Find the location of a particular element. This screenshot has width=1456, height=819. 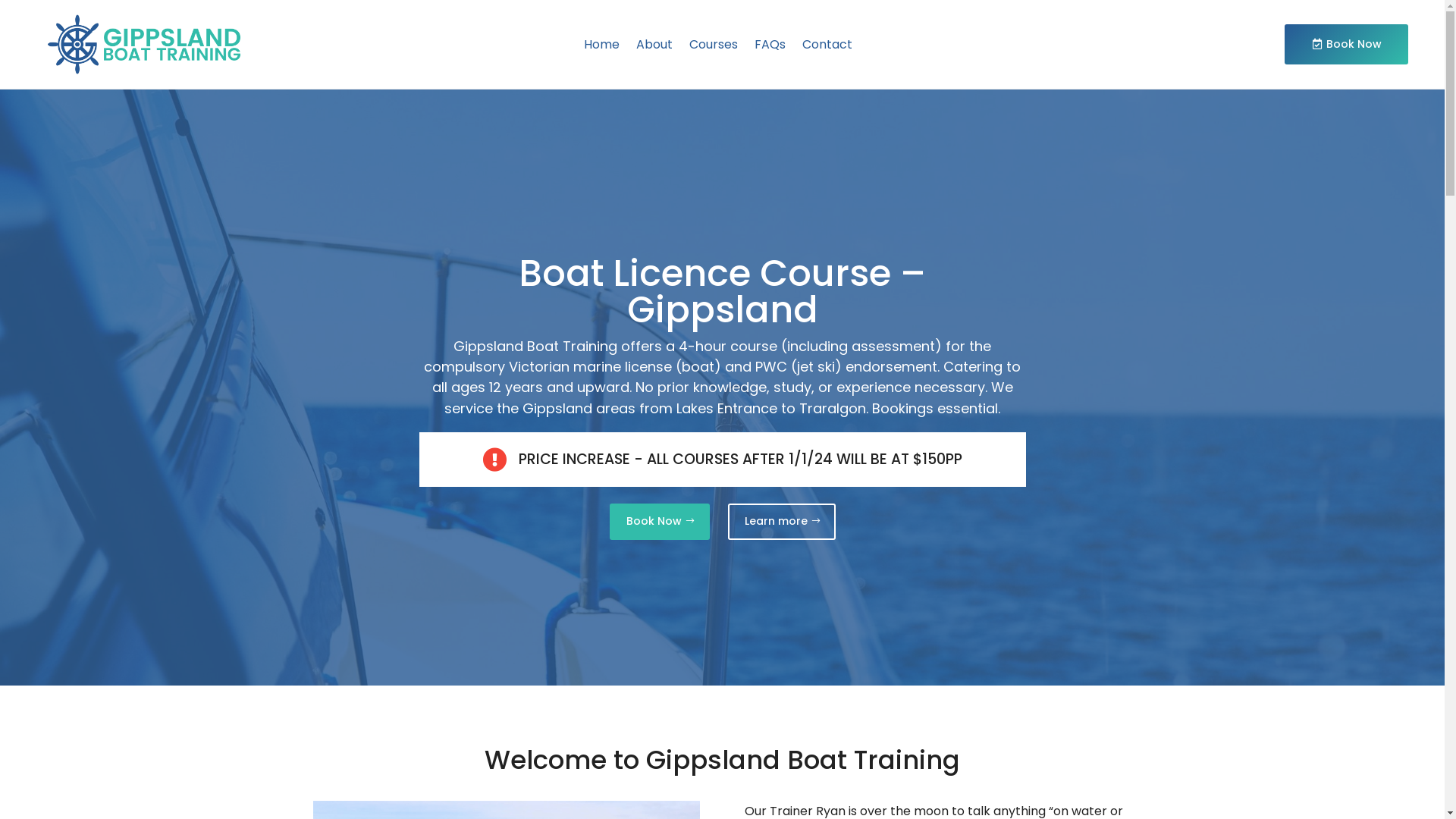

'Logo-2' is located at coordinates (144, 43).